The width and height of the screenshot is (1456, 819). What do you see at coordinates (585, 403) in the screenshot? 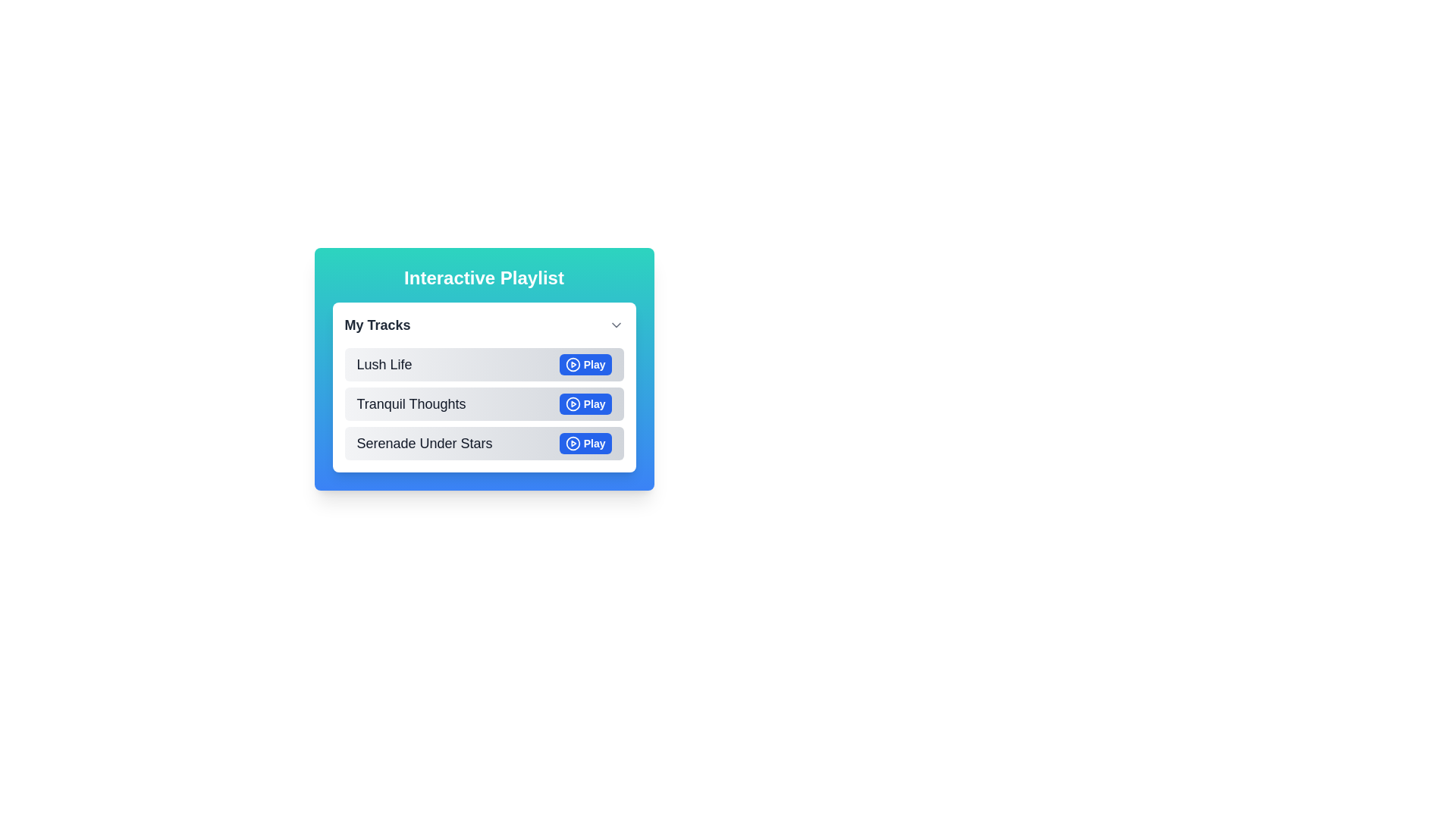
I see `the play button located to the far right of the row for the track 'Tranquil Thoughts' in the playlist` at bounding box center [585, 403].